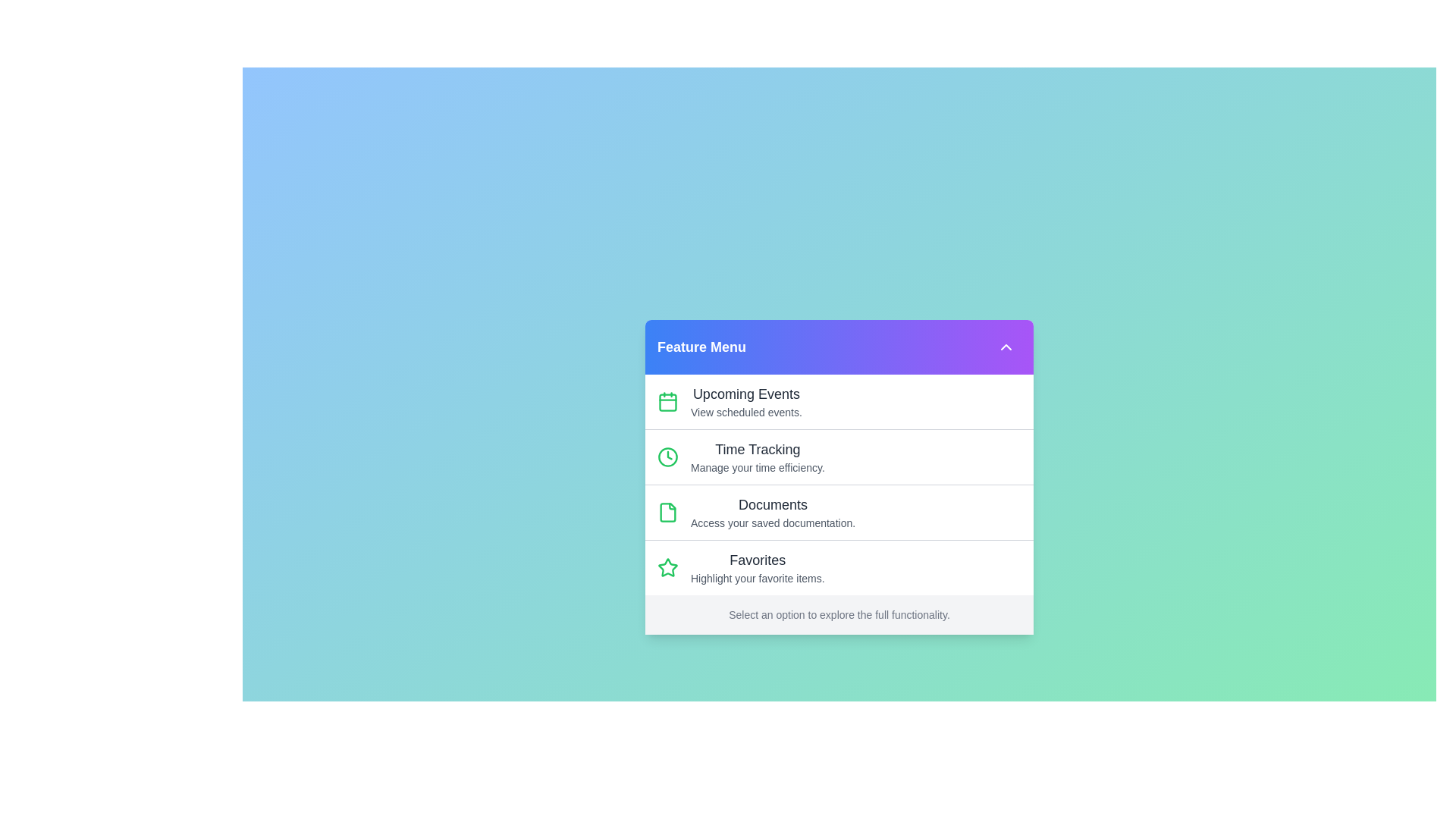 This screenshot has width=1456, height=819. I want to click on toggle button in the top-right corner of the menu header, so click(1006, 347).